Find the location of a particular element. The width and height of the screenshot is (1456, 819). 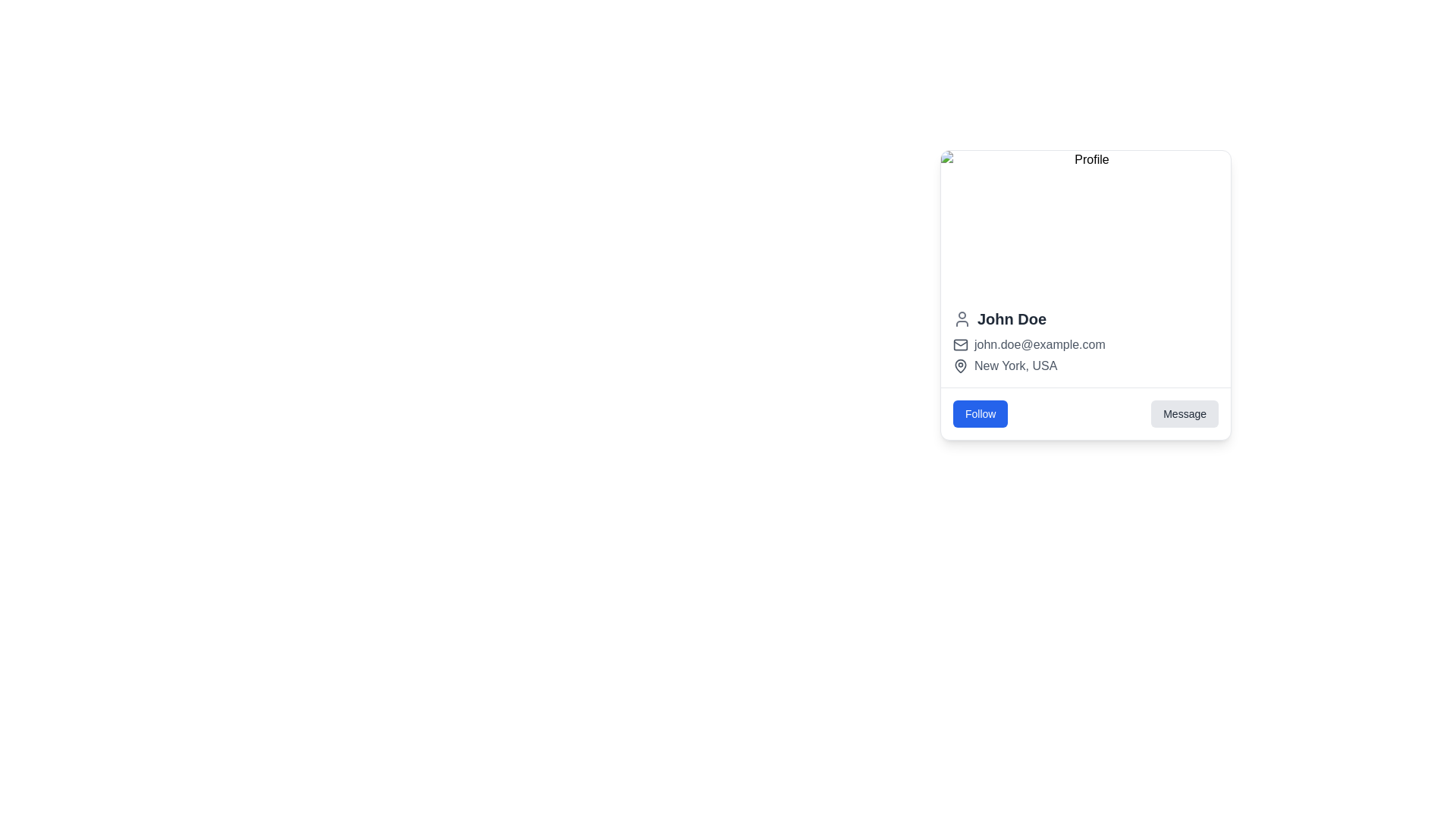

the 'Message' button located at the bottom-right area of the profile card interface, which has a light gray background and contains the text 'Message' is located at coordinates (1184, 414).